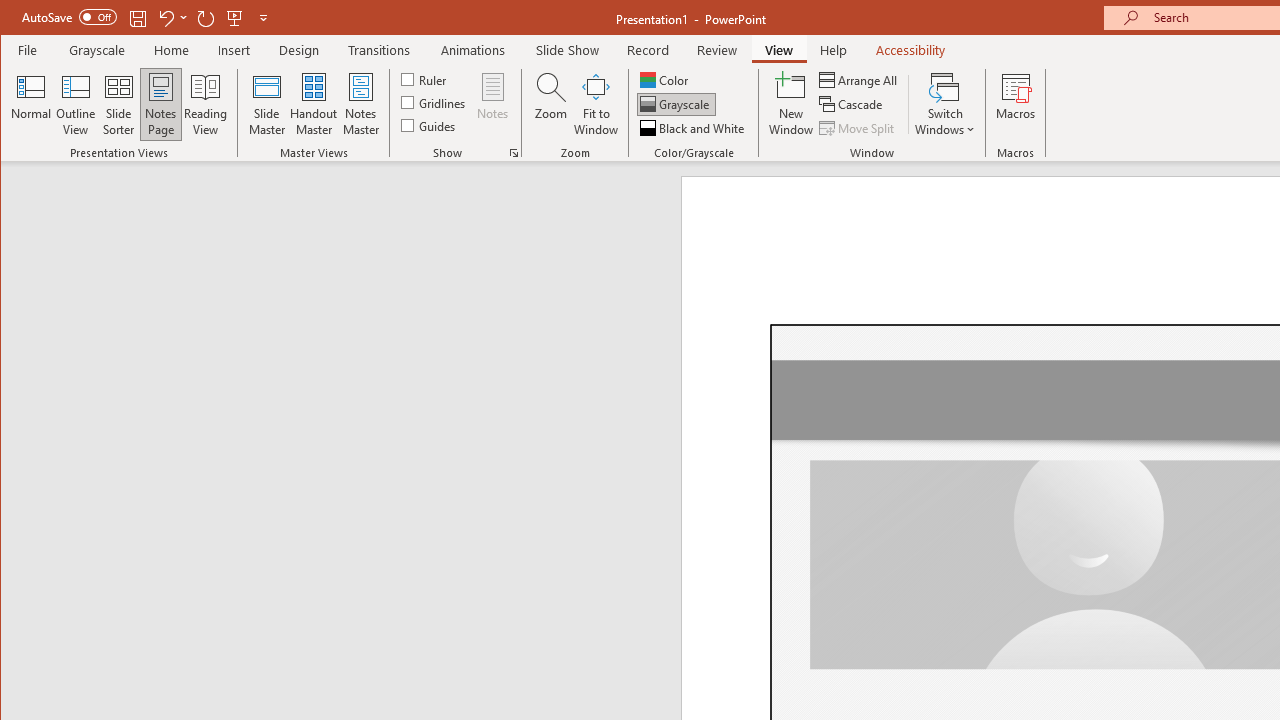 This screenshot has height=720, width=1280. I want to click on 'Ruler', so click(424, 78).